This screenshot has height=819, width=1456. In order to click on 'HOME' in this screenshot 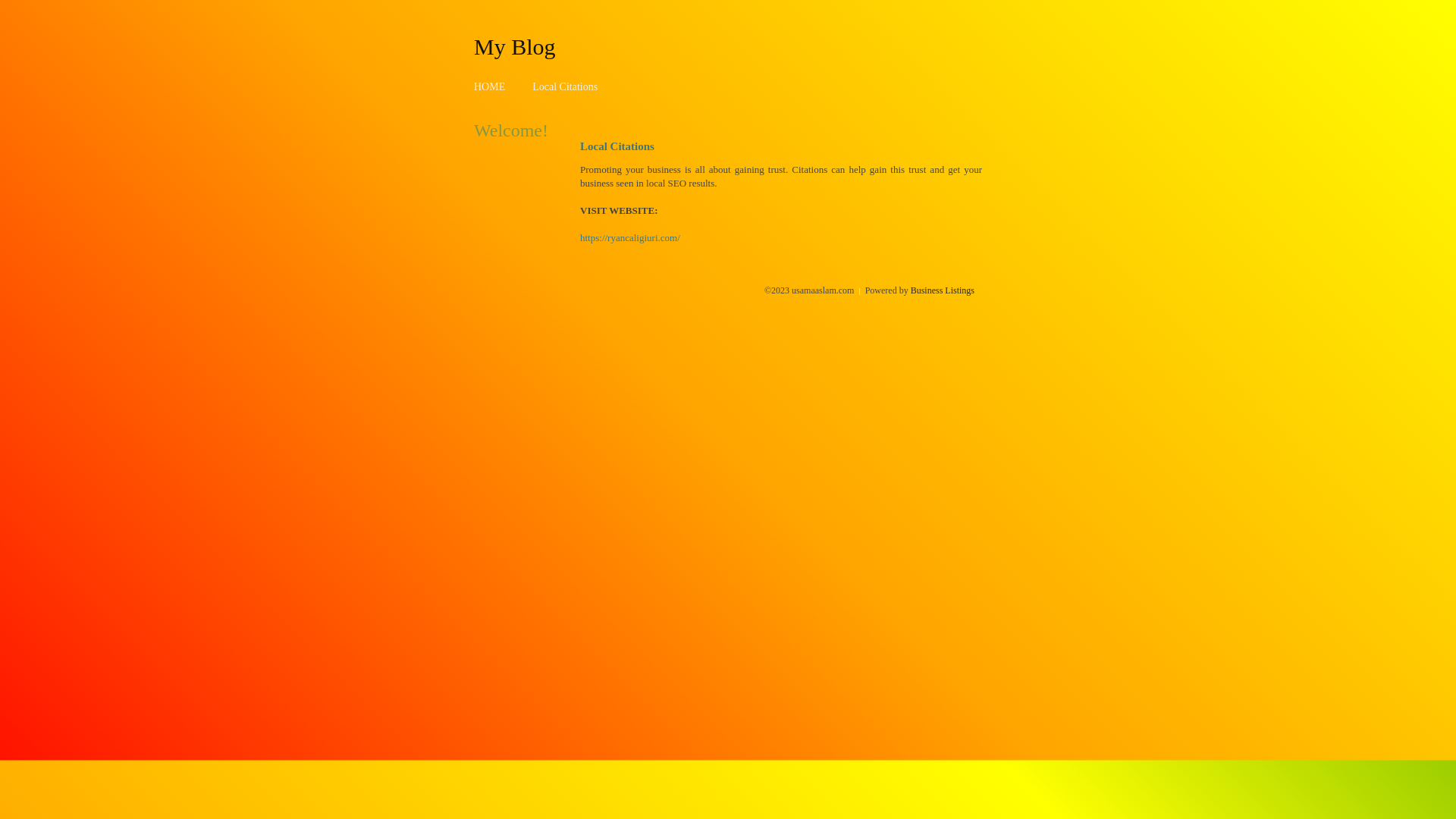, I will do `click(489, 86)`.